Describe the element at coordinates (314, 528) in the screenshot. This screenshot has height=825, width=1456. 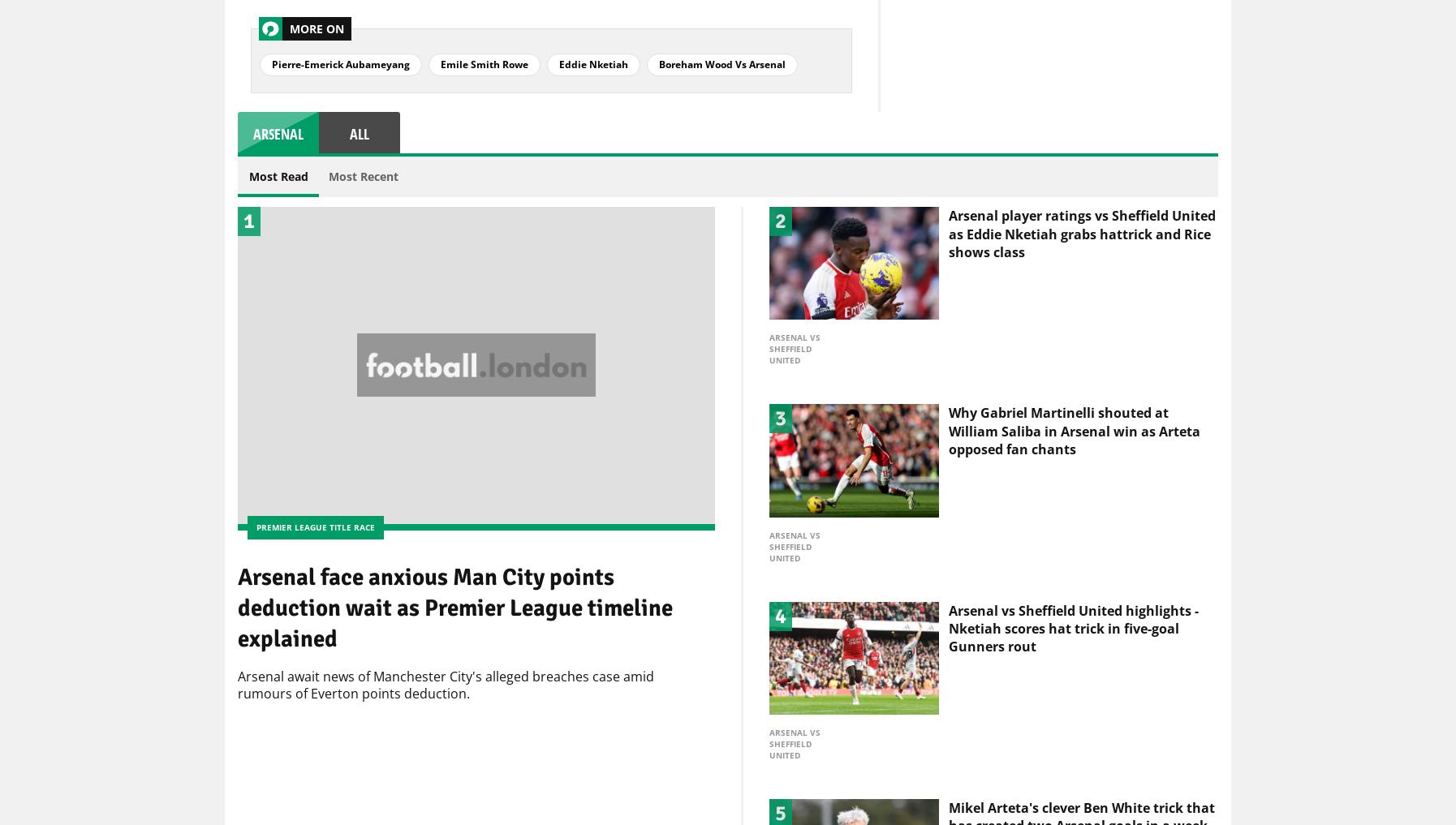
I see `'Premier League title race'` at that location.